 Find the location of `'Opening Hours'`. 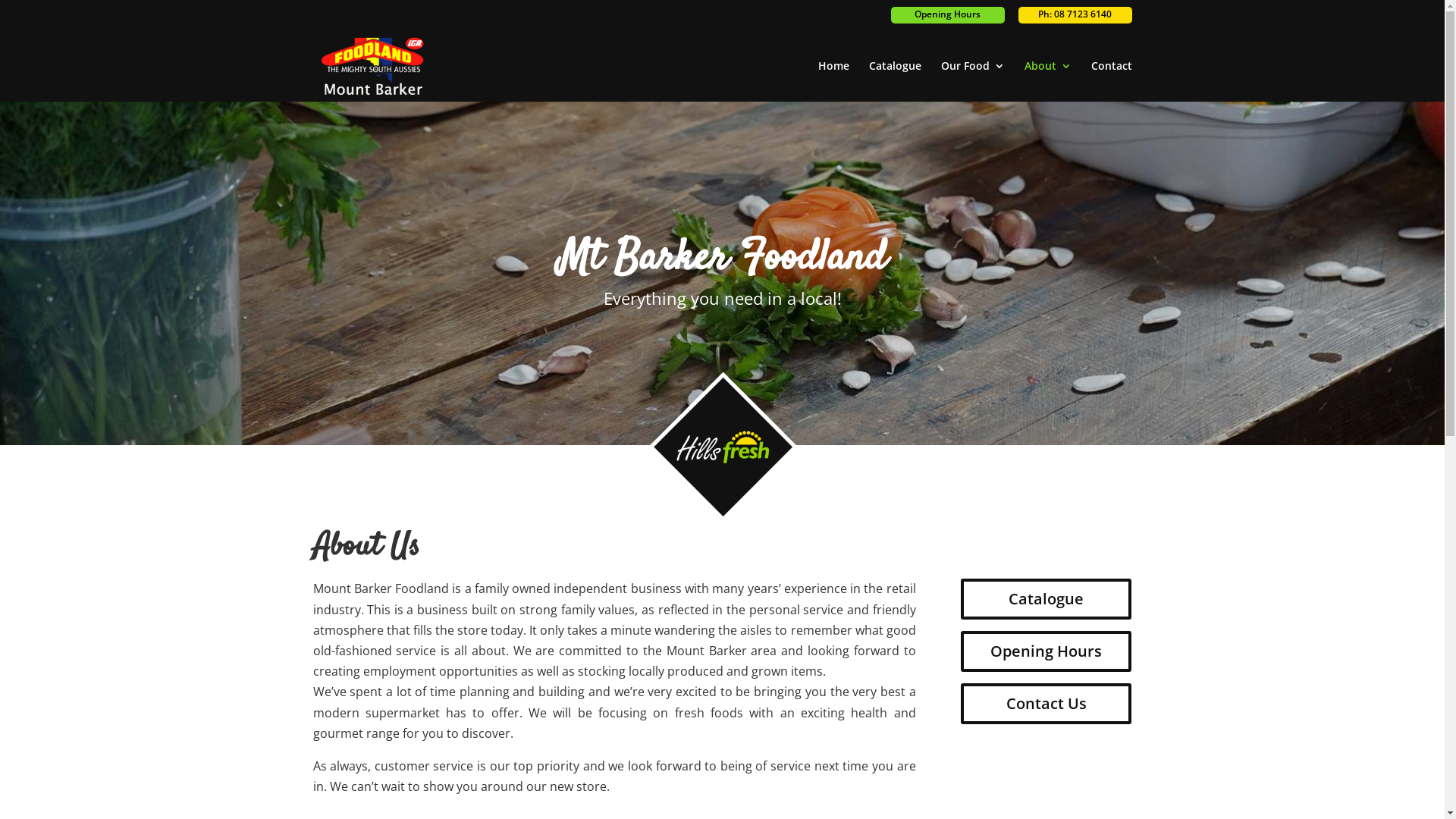

'Opening Hours' is located at coordinates (946, 14).